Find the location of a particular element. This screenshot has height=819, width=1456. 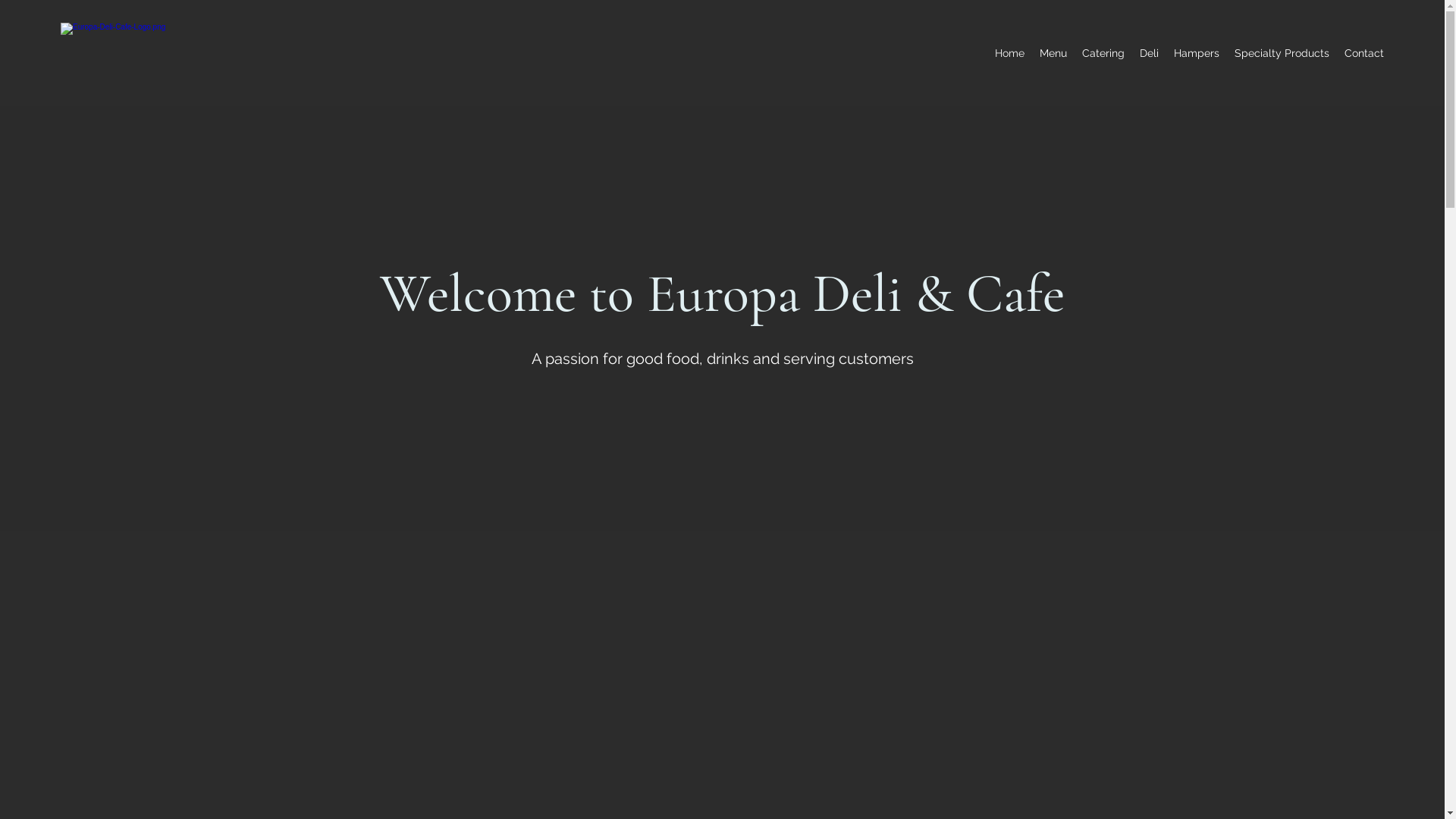

'Deli' is located at coordinates (1149, 52).